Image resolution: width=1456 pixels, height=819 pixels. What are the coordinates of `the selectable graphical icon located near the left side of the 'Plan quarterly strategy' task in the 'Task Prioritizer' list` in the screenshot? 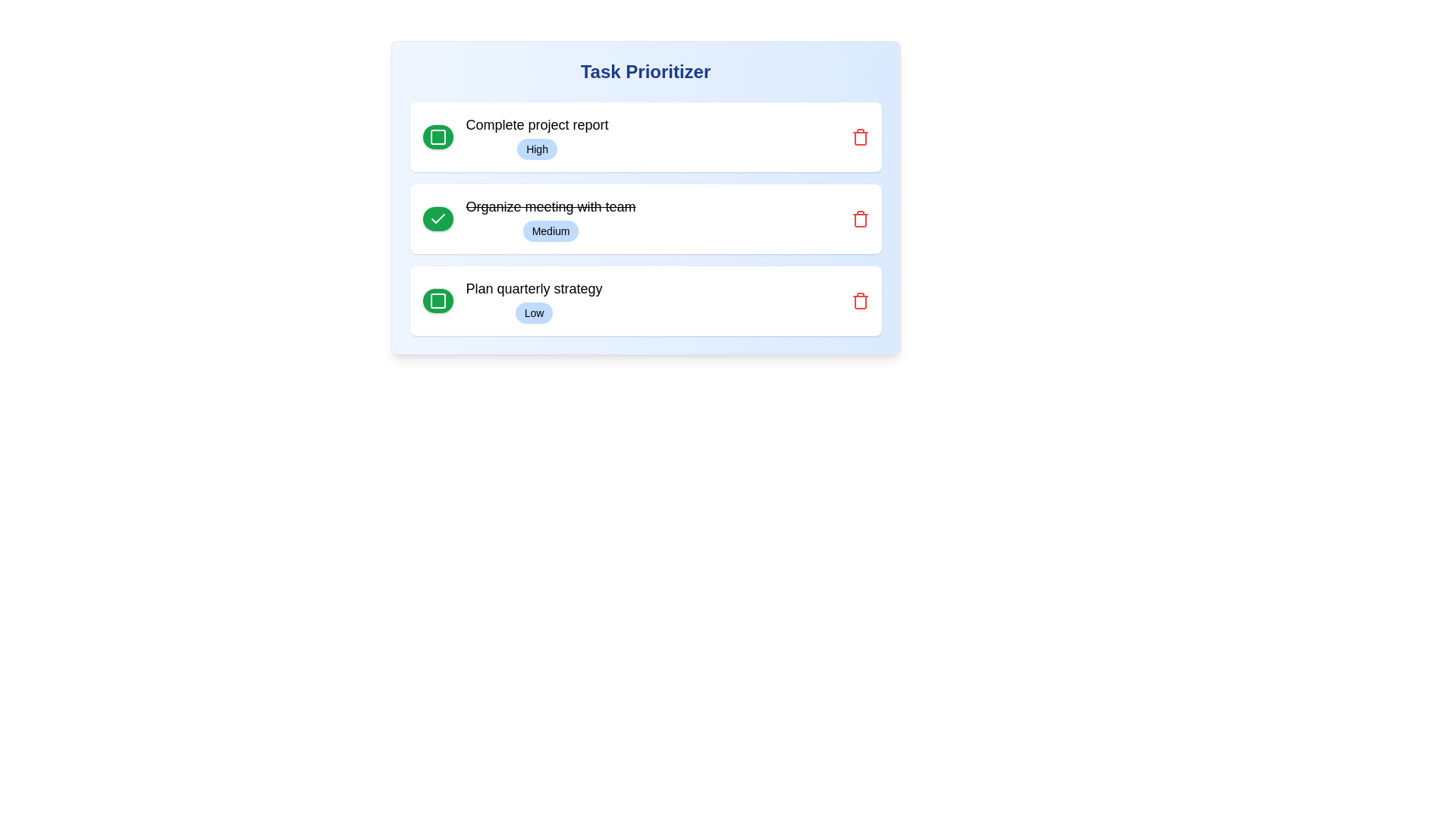 It's located at (437, 301).